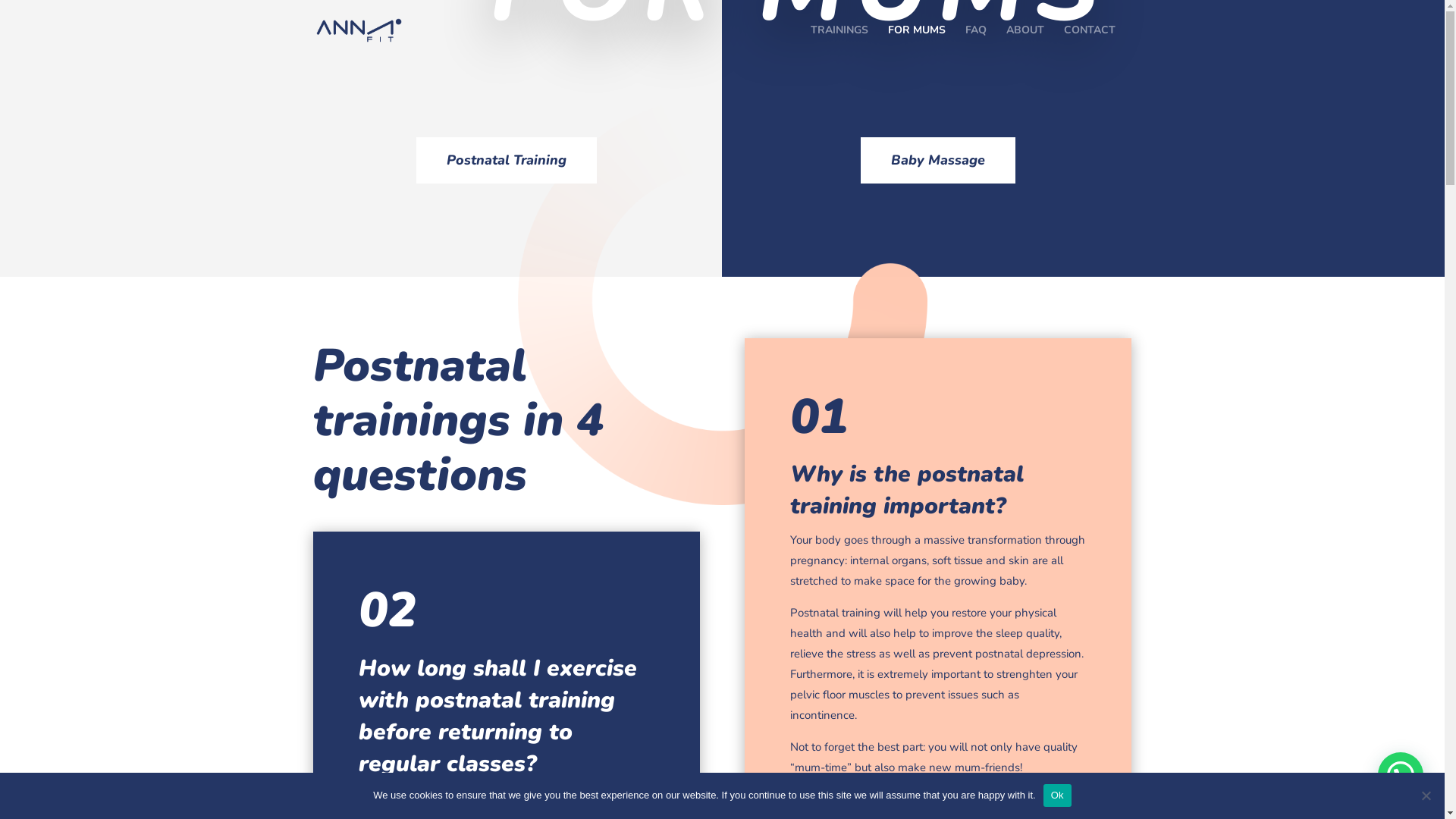 This screenshot has height=819, width=1456. What do you see at coordinates (837, 42) in the screenshot?
I see `'TRAININGS'` at bounding box center [837, 42].